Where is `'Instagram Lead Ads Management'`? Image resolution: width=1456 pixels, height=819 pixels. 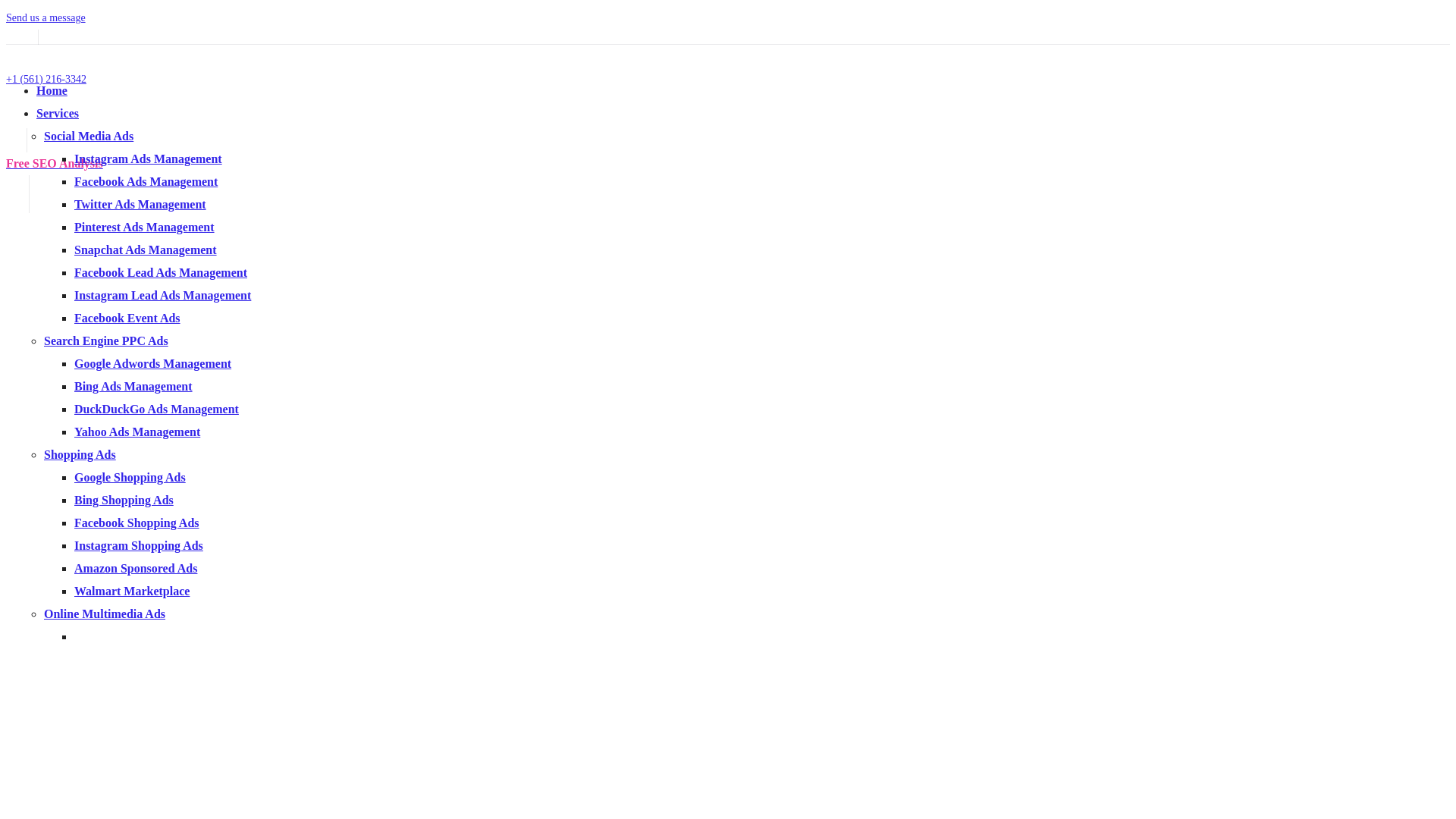
'Instagram Lead Ads Management' is located at coordinates (162, 295).